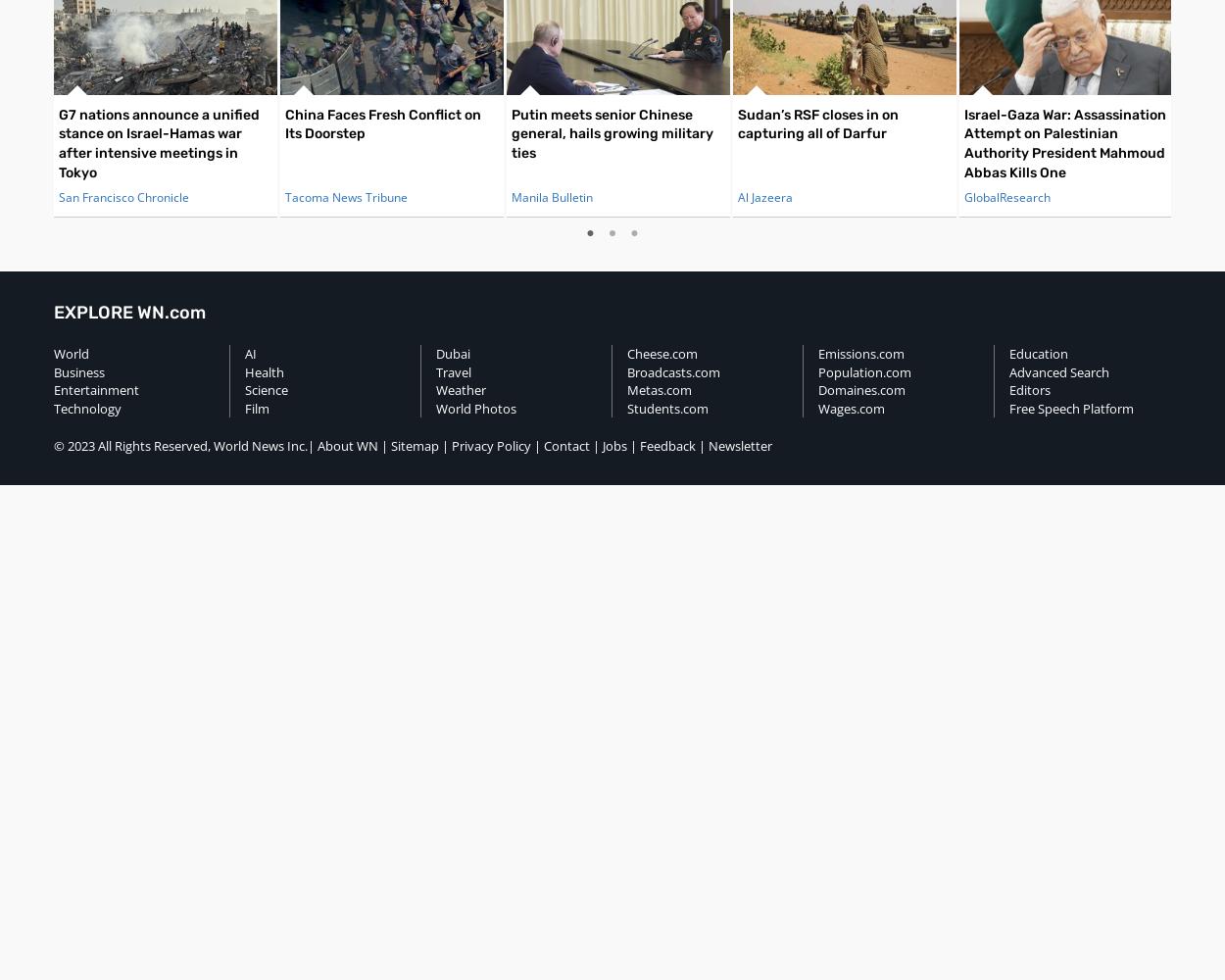  What do you see at coordinates (622, 79) in the screenshot?
I see `'AP / Sergei Bobylev, Sputnik, Kremlin Pool Photo'` at bounding box center [622, 79].